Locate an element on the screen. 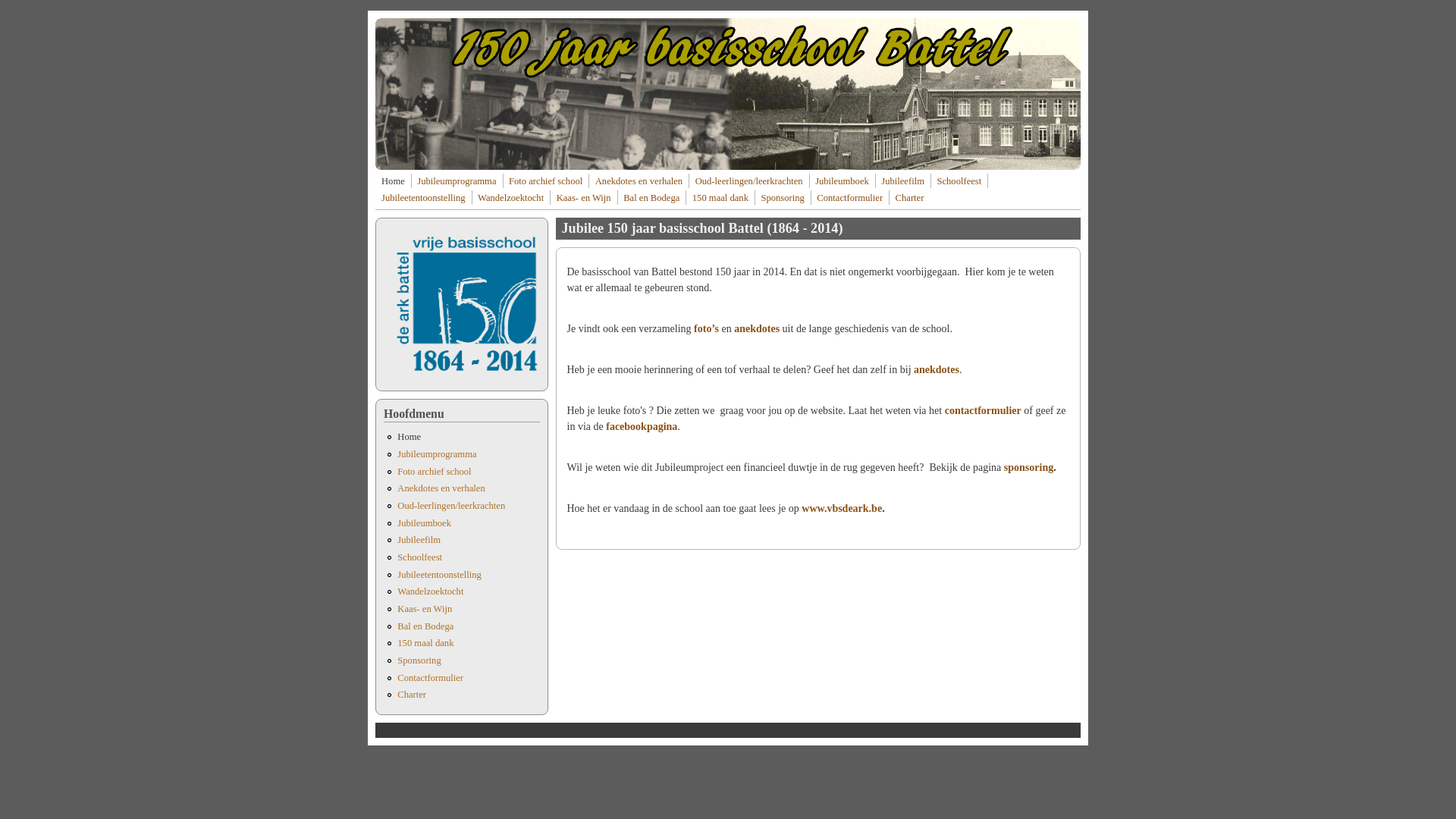  'Anekdotes en verhalen' is located at coordinates (440, 488).